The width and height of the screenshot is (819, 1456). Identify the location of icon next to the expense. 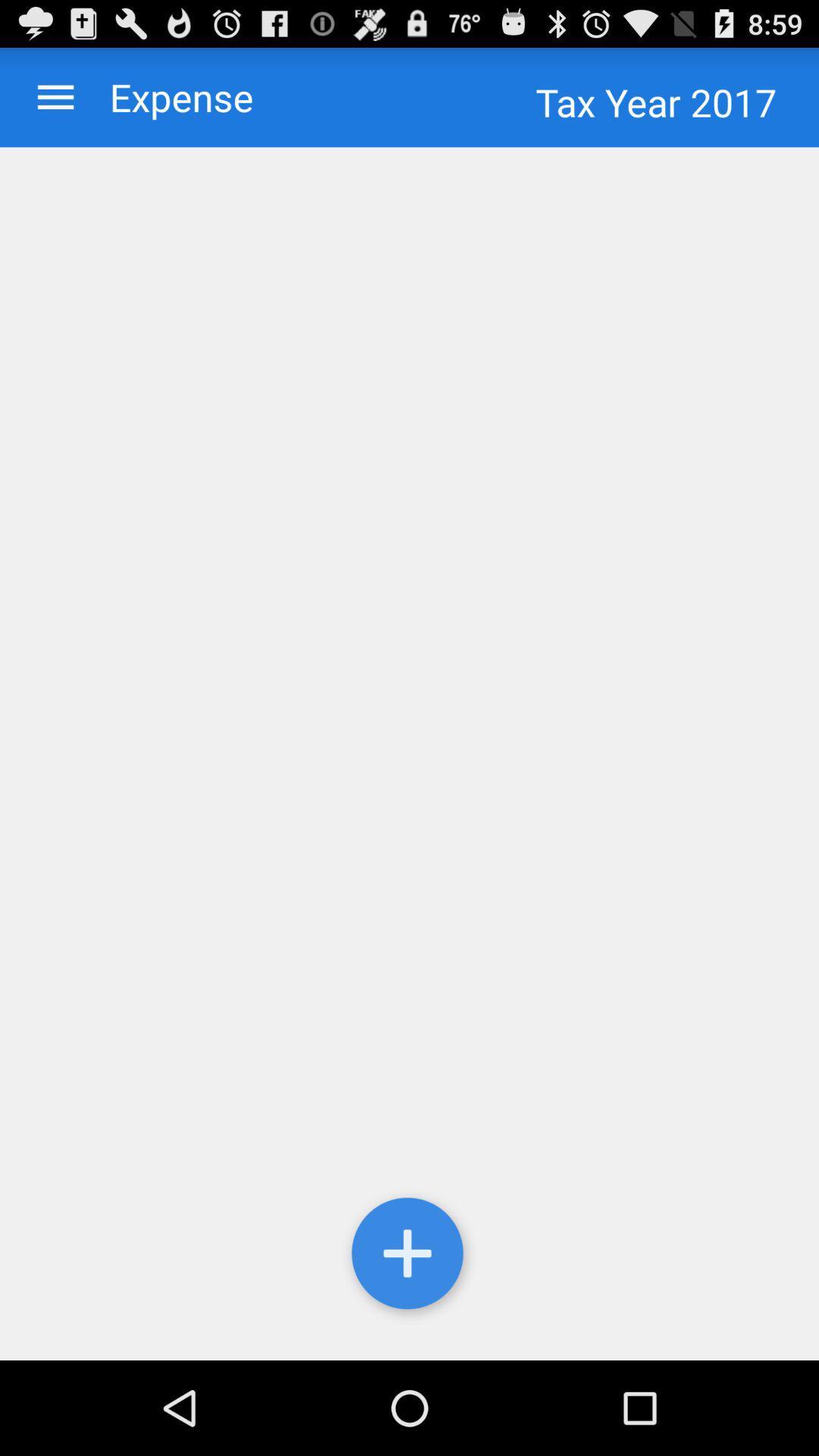
(55, 96).